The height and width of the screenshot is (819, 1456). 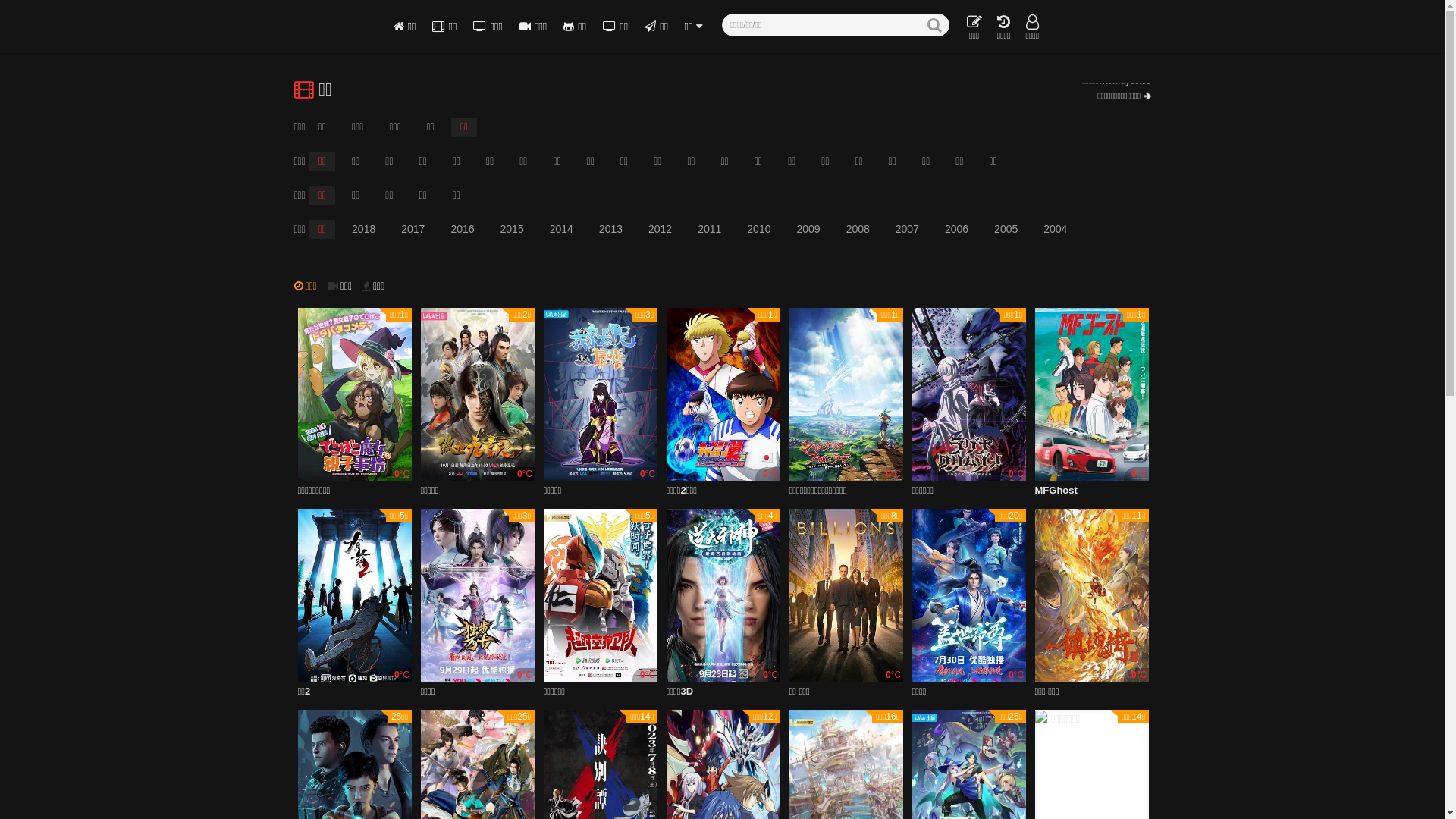 I want to click on '2014', so click(x=560, y=229).